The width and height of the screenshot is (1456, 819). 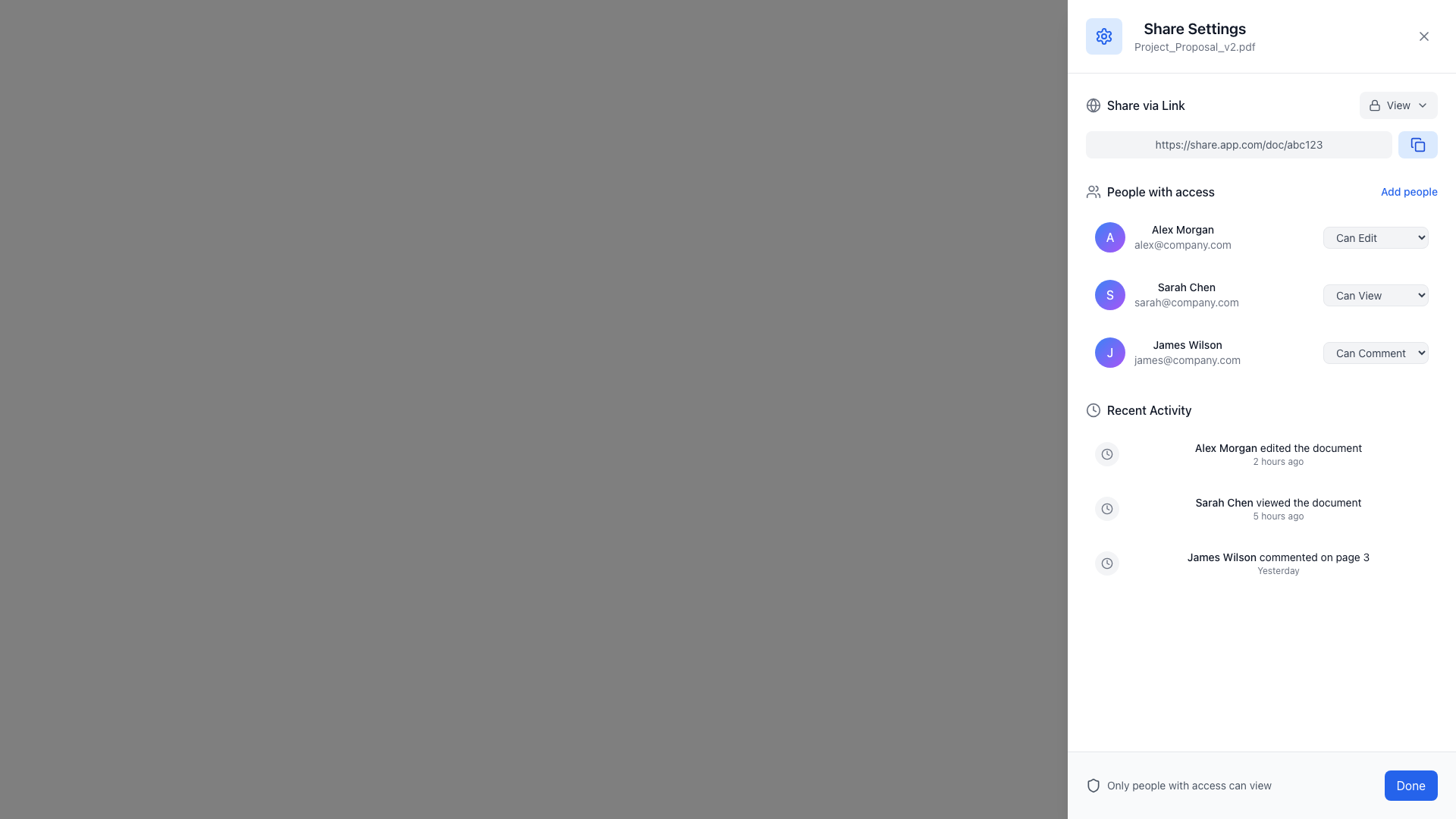 What do you see at coordinates (1166, 295) in the screenshot?
I see `to select the second entry in the 'People with access' list, which contains a circular icon, a bold name, and an email address below it` at bounding box center [1166, 295].